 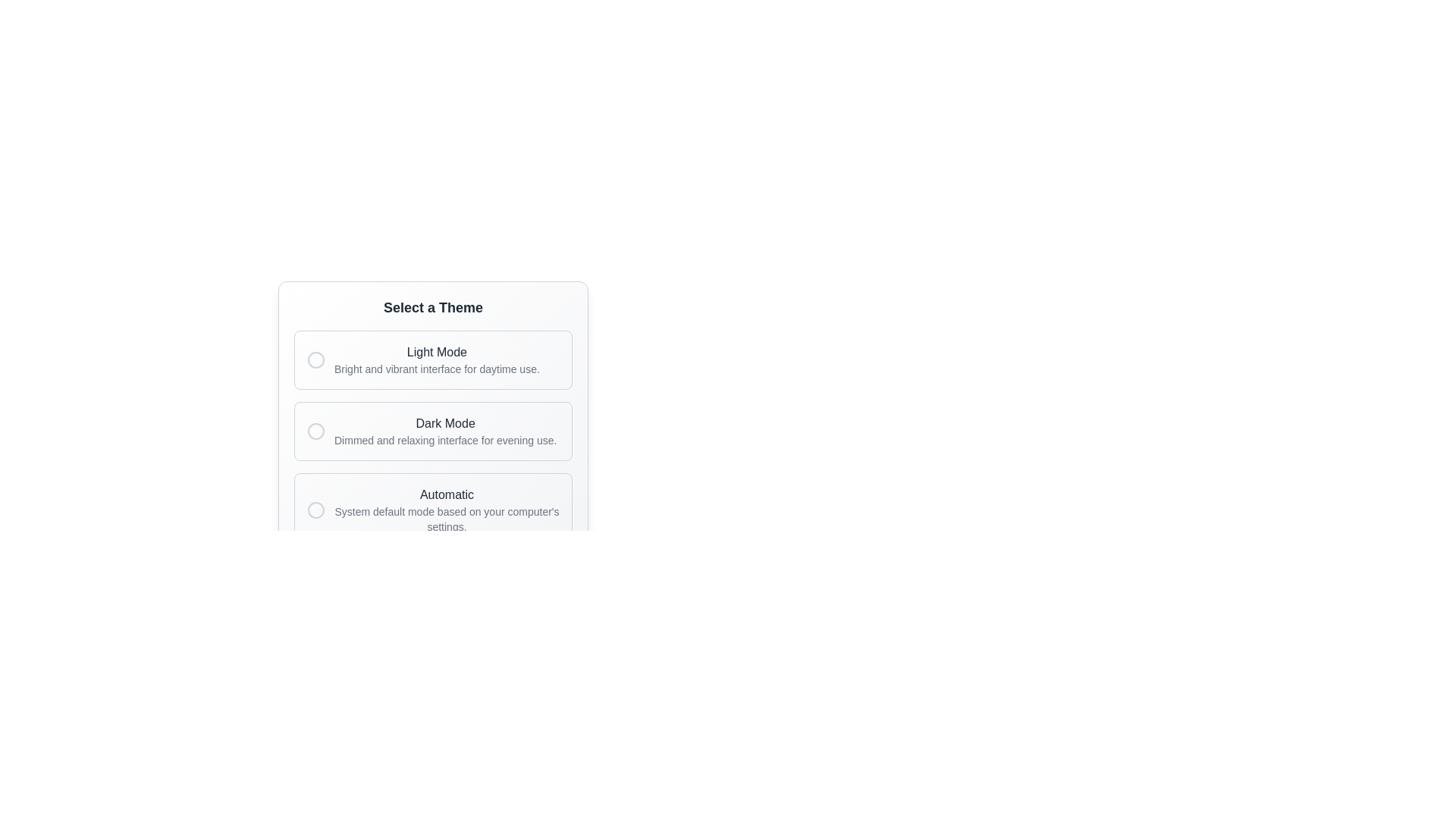 What do you see at coordinates (432, 307) in the screenshot?
I see `bold text label stating 'Select a Theme' located at the top of the theme selection panel` at bounding box center [432, 307].